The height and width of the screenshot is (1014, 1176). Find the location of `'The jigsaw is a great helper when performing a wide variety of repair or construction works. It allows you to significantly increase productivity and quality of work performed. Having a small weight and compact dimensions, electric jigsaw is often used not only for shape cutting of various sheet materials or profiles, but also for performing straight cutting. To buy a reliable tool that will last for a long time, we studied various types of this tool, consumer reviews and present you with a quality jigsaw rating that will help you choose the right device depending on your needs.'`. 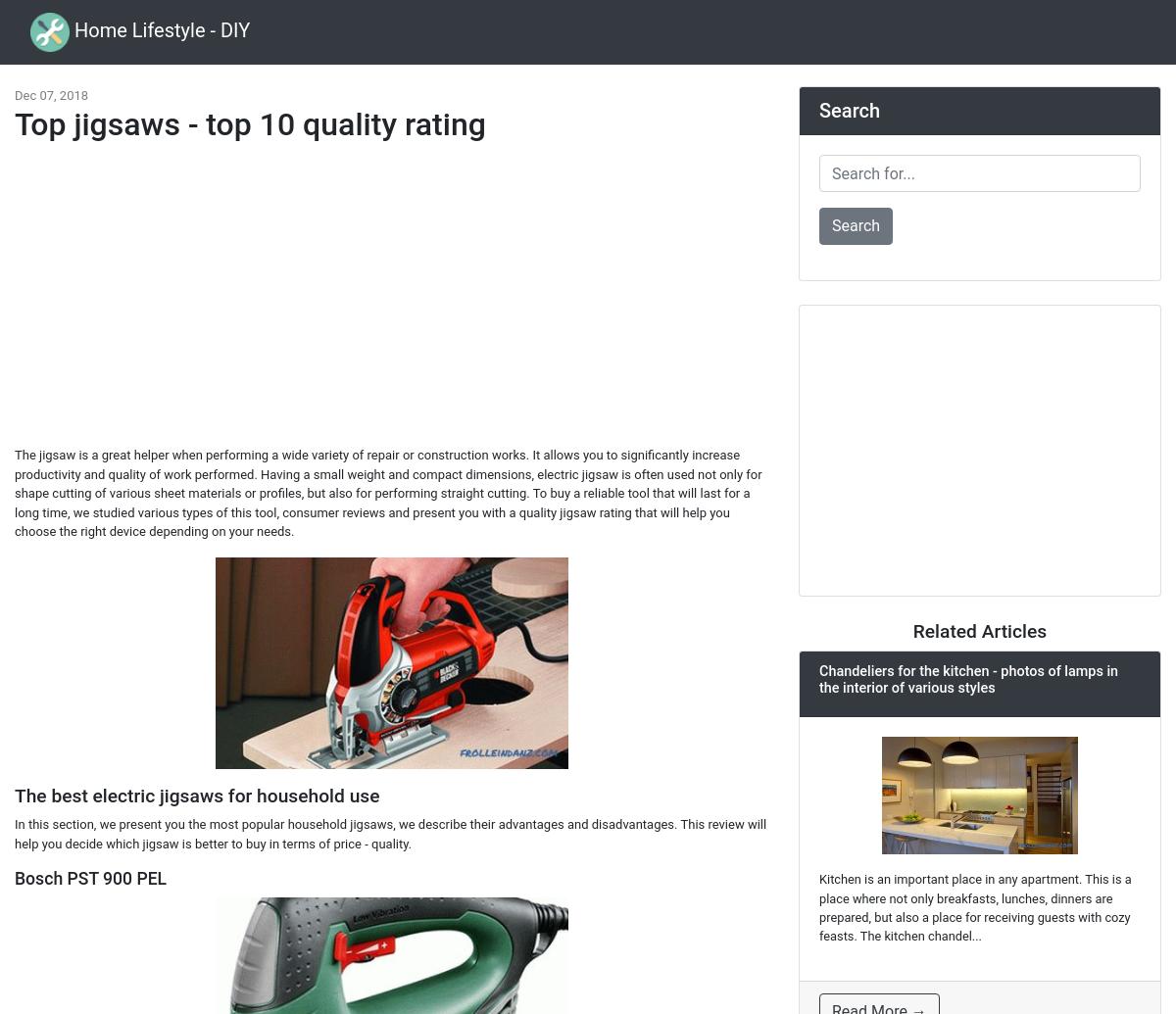

'The jigsaw is a great helper when performing a wide variety of repair or construction works. It allows you to significantly increase productivity and quality of work performed. Having a small weight and compact dimensions, electric jigsaw is often used not only for shape cutting of various sheet materials or profiles, but also for performing straight cutting. To buy a reliable tool that will last for a long time, we studied various types of this tool, consumer reviews and present you with a quality jigsaw rating that will help you choose the right device depending on your needs.' is located at coordinates (388, 493).